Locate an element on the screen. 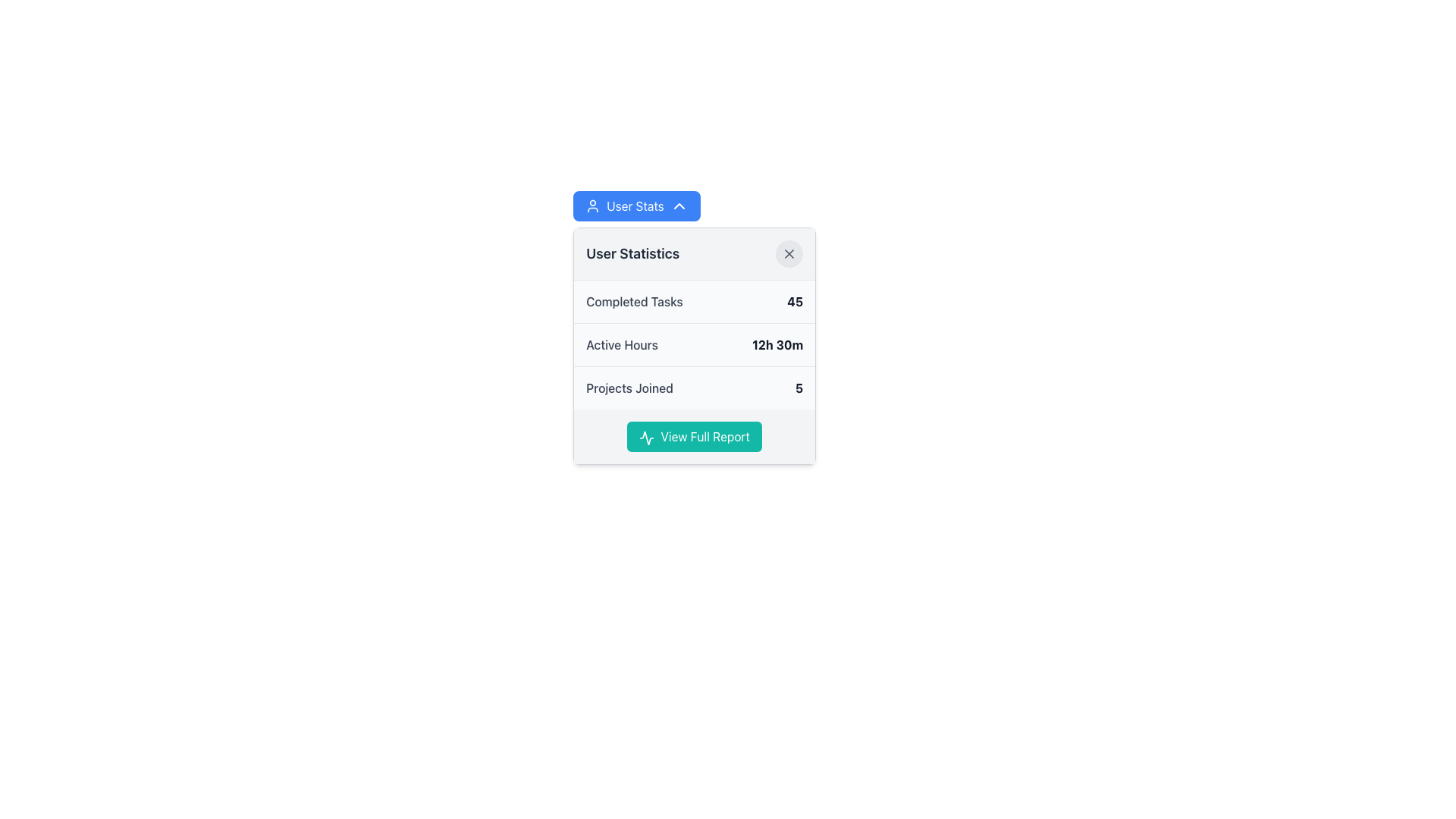 This screenshot has width=1456, height=819. the button located at the bottom center of the 'User Statistics' card, which provides functionality is located at coordinates (694, 436).